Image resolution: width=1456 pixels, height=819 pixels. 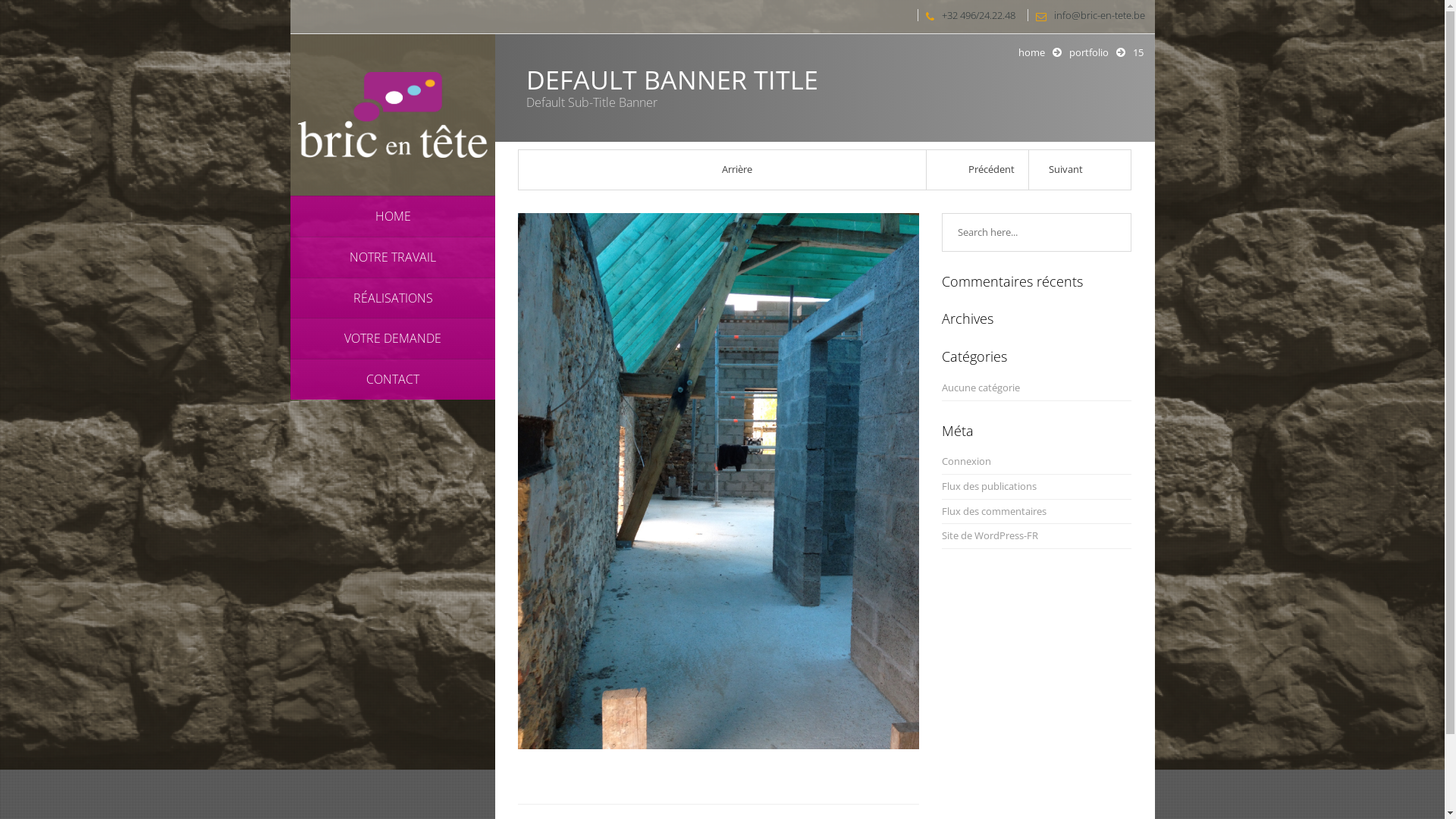 What do you see at coordinates (941, 486) in the screenshot?
I see `'Flux des publications'` at bounding box center [941, 486].